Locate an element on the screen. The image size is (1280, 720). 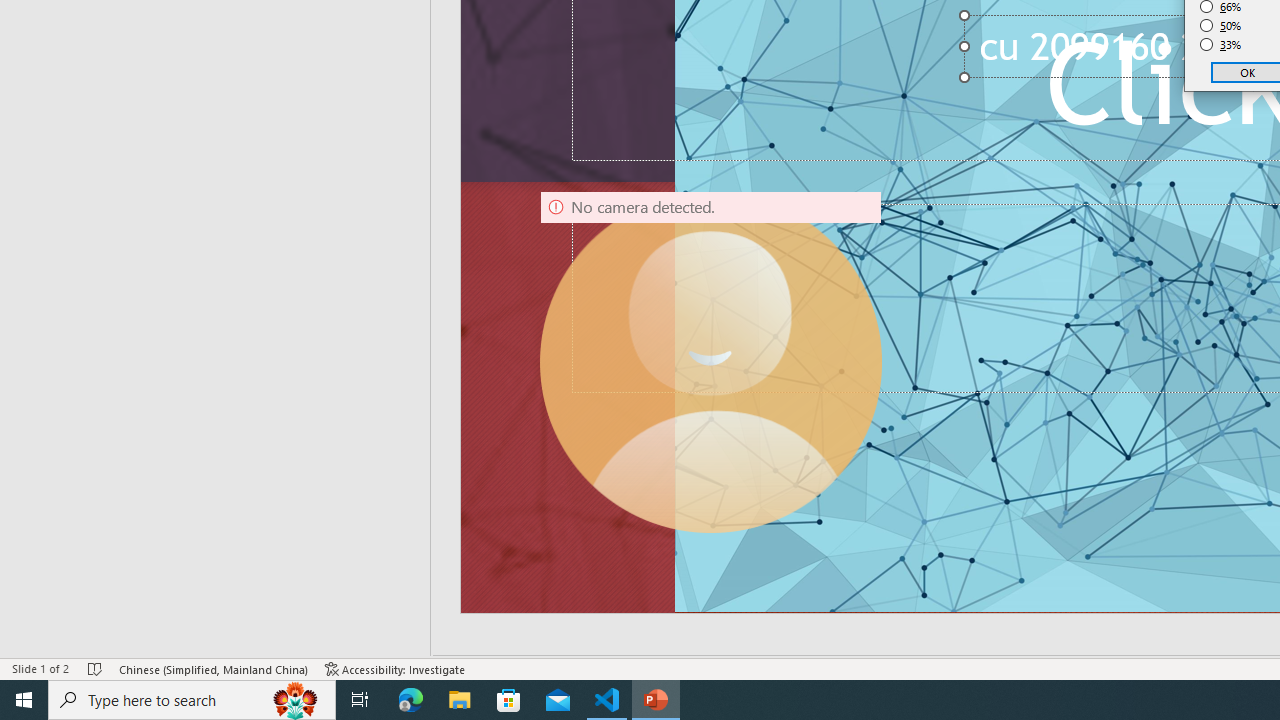
'Start' is located at coordinates (24, 698).